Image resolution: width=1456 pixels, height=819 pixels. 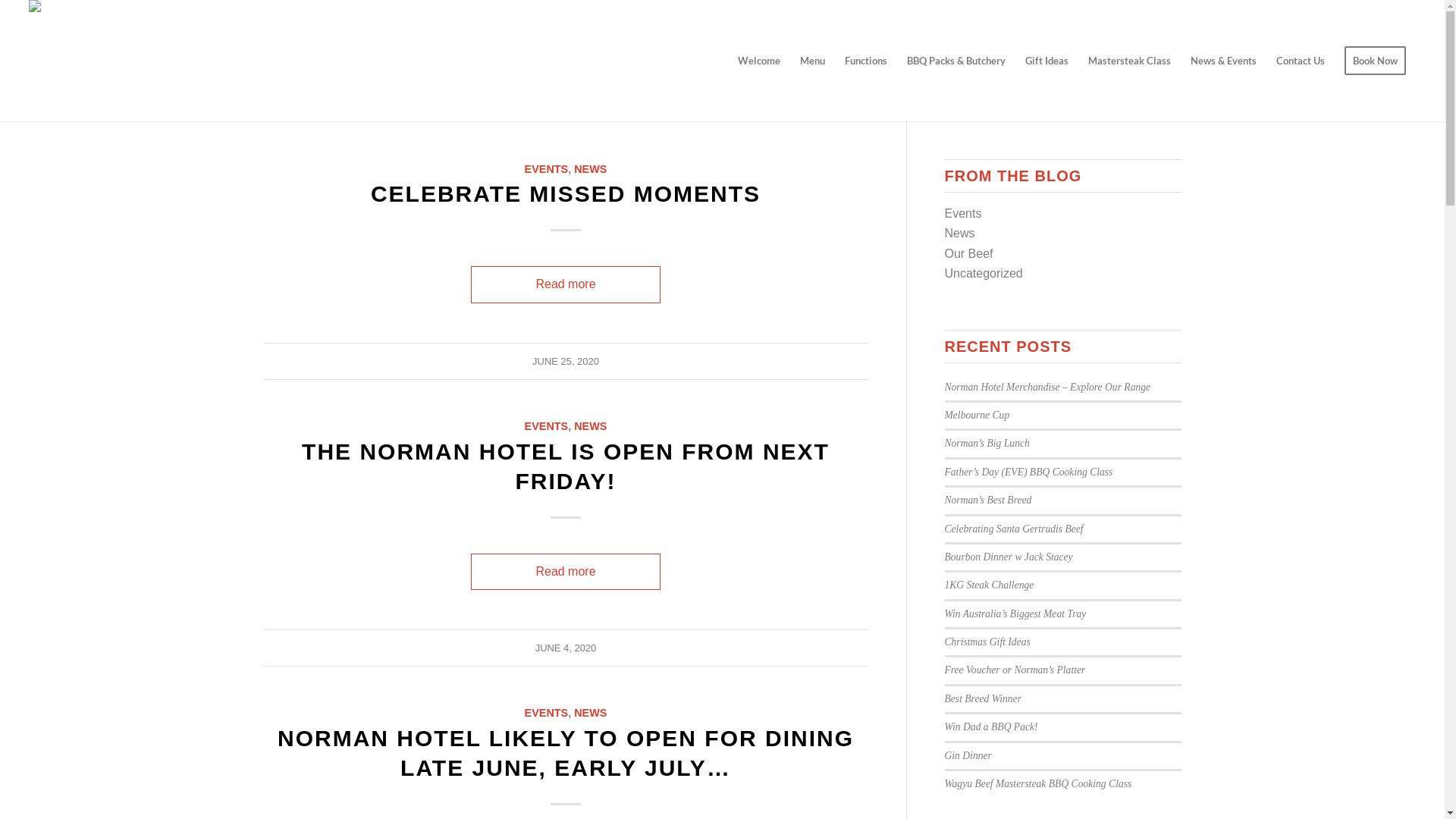 What do you see at coordinates (987, 642) in the screenshot?
I see `'Christmas Gift Ideas'` at bounding box center [987, 642].